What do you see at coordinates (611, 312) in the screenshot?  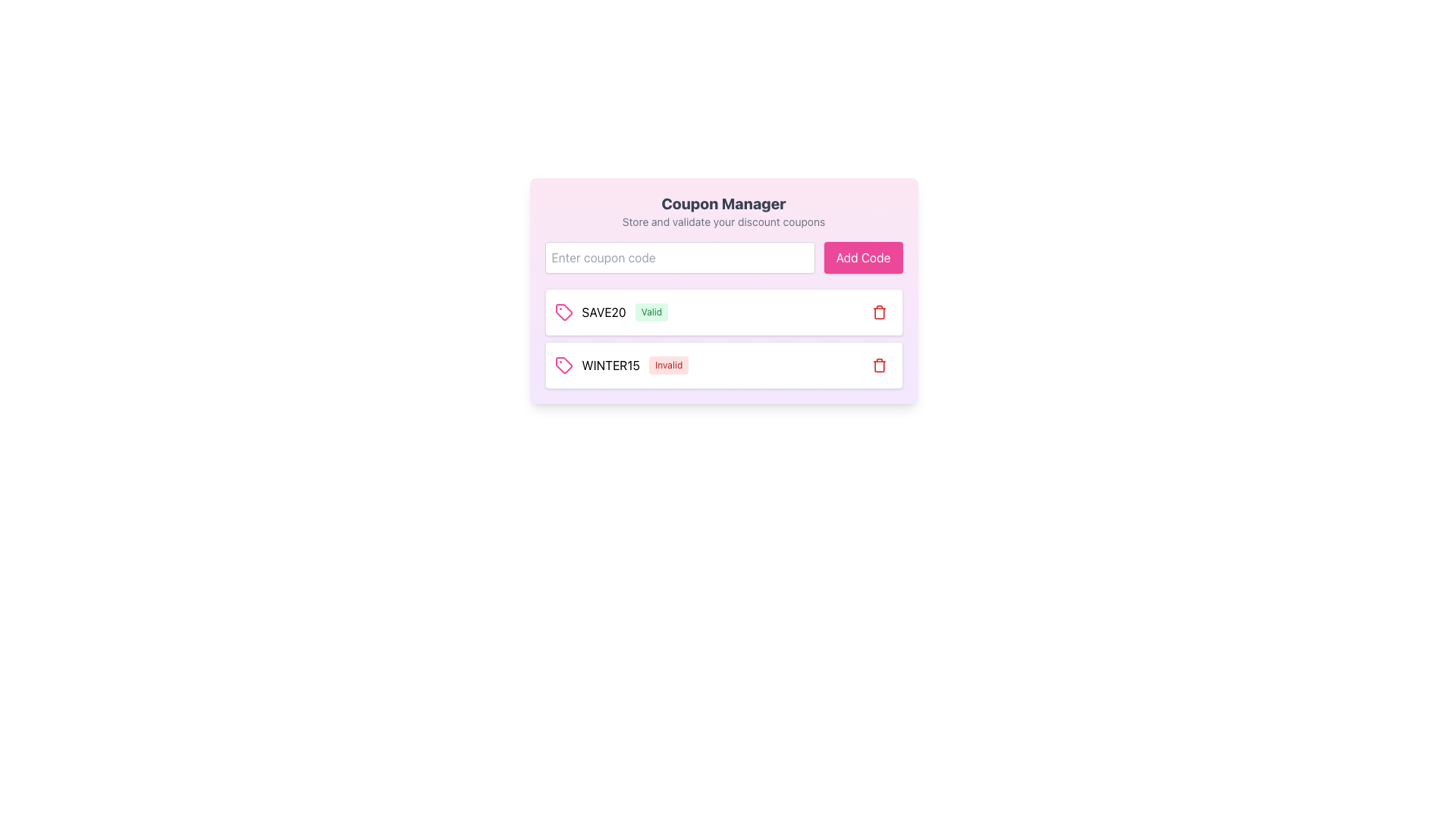 I see `the coupon entry displaying the code 'SAVE20' and its validity status 'Valid', which is the topmost entry in the list of coupon codes` at bounding box center [611, 312].